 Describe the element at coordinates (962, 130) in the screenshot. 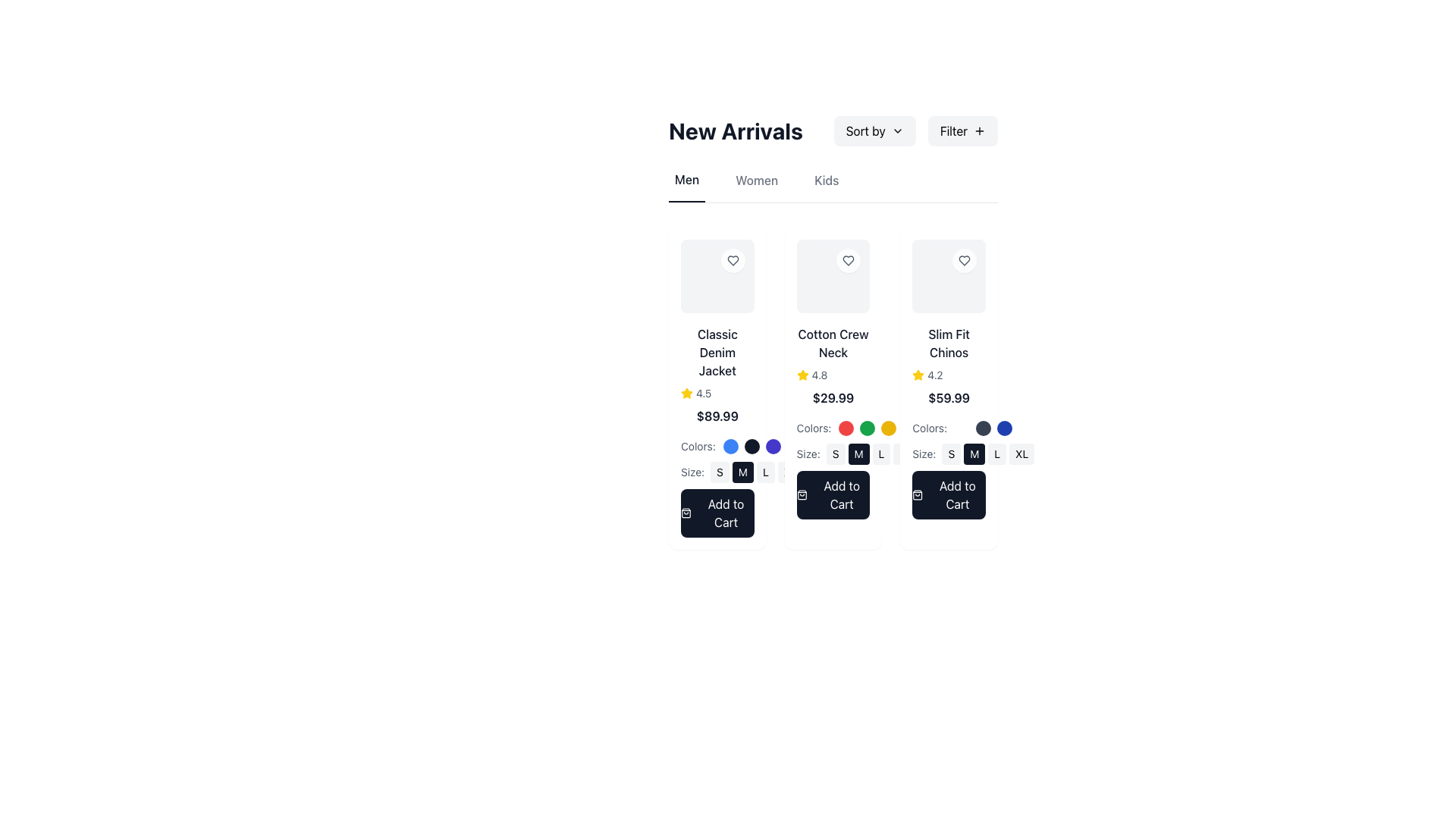

I see `the 'Filter' button, which has a rounded rectangular shape with a light gray background and displays the text 'Filter' alongside a plus icon` at that location.